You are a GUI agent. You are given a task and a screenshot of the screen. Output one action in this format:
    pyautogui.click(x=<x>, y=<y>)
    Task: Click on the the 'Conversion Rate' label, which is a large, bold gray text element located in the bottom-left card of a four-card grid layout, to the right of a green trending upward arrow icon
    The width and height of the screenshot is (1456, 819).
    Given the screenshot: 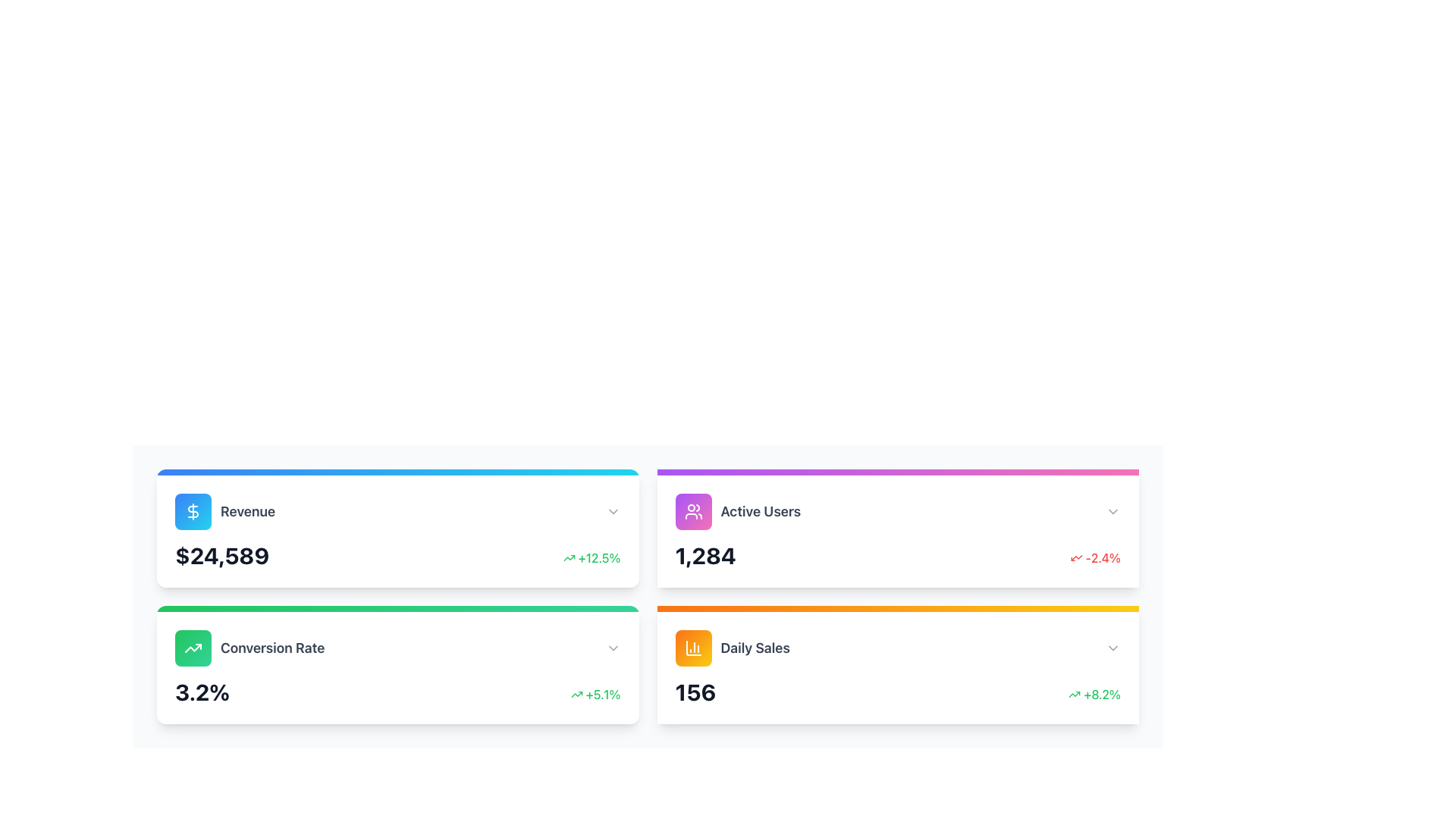 What is the action you would take?
    pyautogui.click(x=272, y=648)
    